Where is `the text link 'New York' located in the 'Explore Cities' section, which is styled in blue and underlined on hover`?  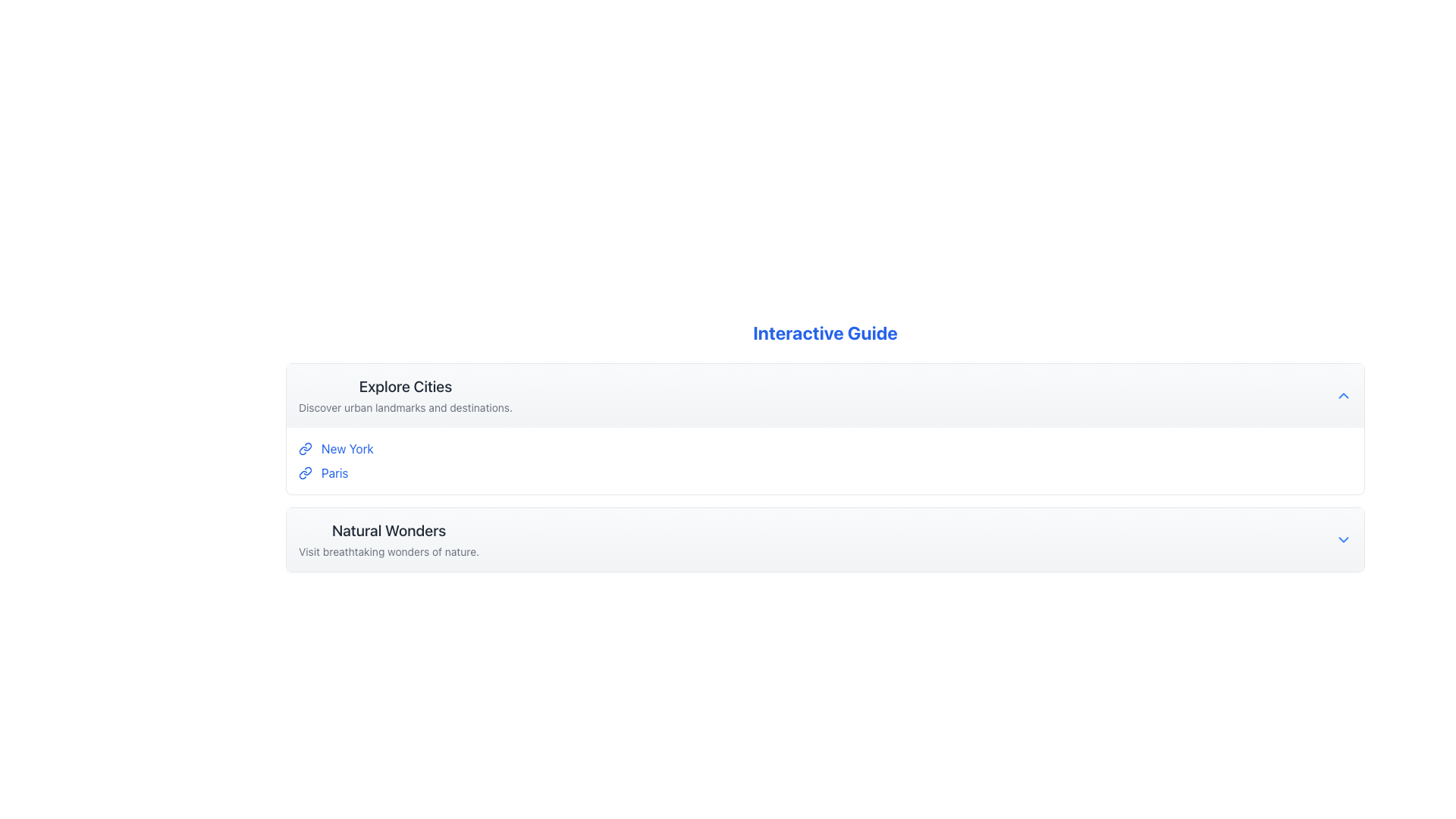
the text link 'New York' located in the 'Explore Cities' section, which is styled in blue and underlined on hover is located at coordinates (347, 447).